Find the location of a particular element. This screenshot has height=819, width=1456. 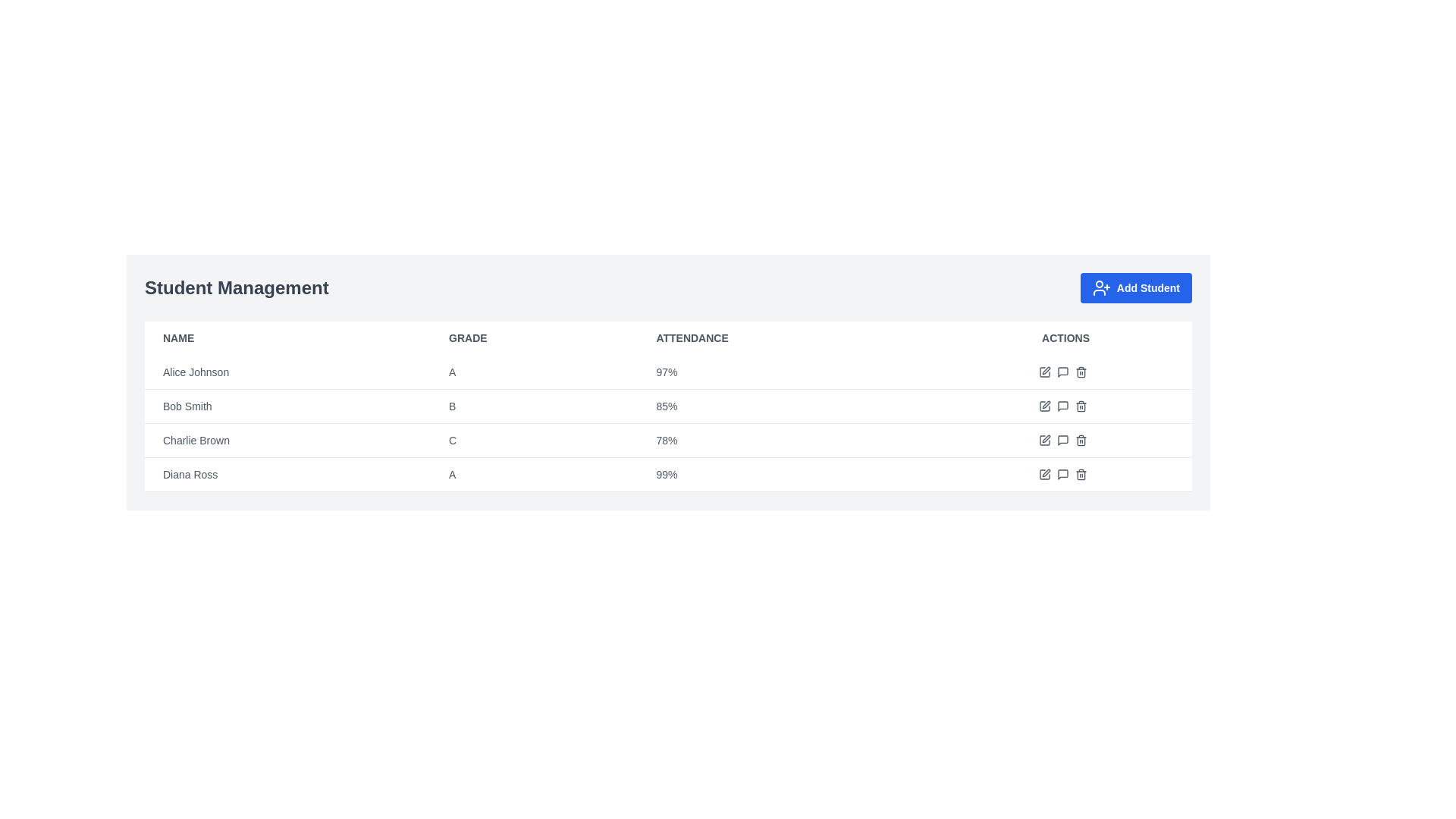

the editing icon located in the 'Actions' column of the second row of the table is located at coordinates (1043, 406).